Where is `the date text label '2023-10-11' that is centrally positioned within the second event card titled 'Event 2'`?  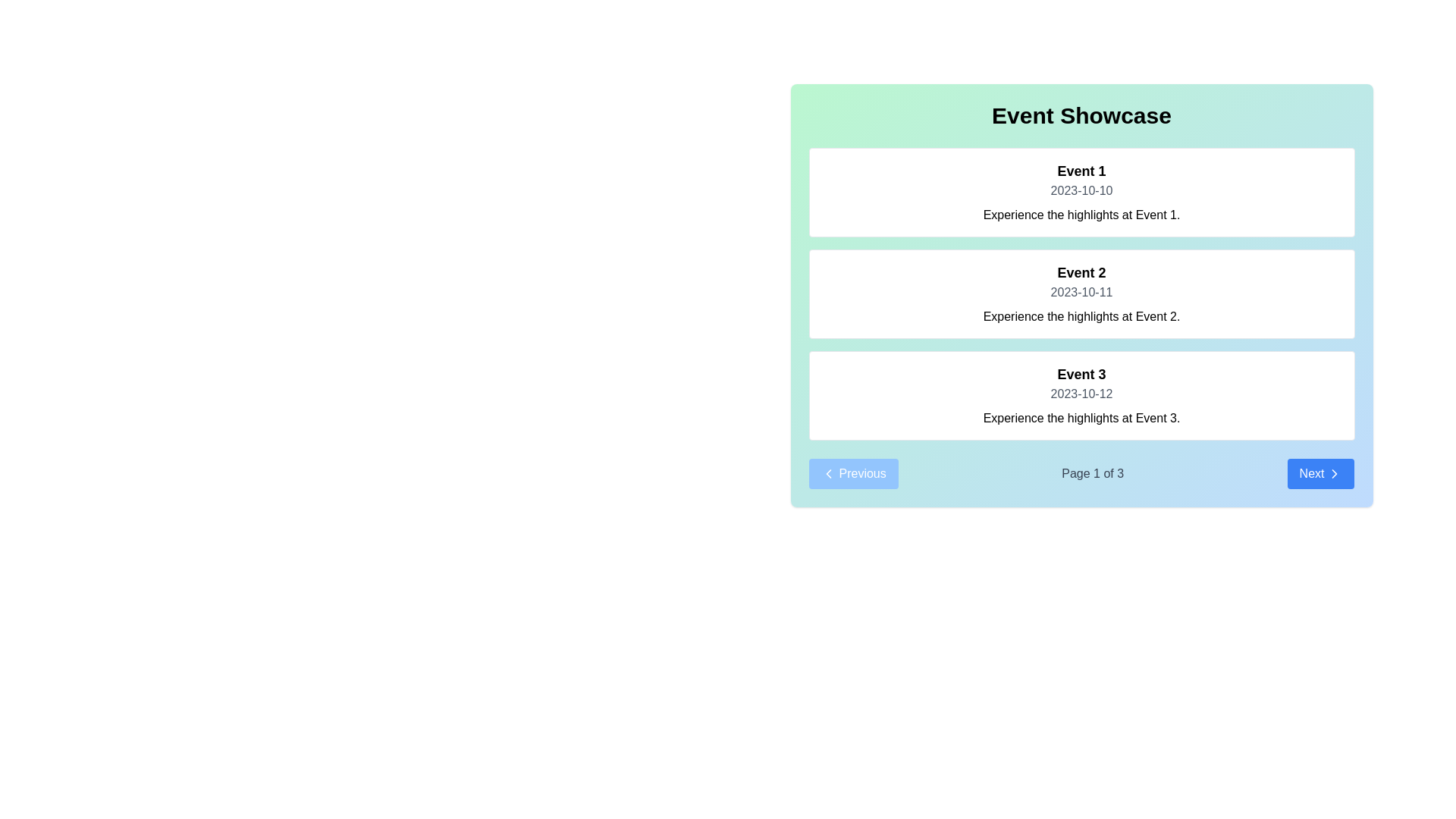
the date text label '2023-10-11' that is centrally positioned within the second event card titled 'Event 2' is located at coordinates (1081, 292).